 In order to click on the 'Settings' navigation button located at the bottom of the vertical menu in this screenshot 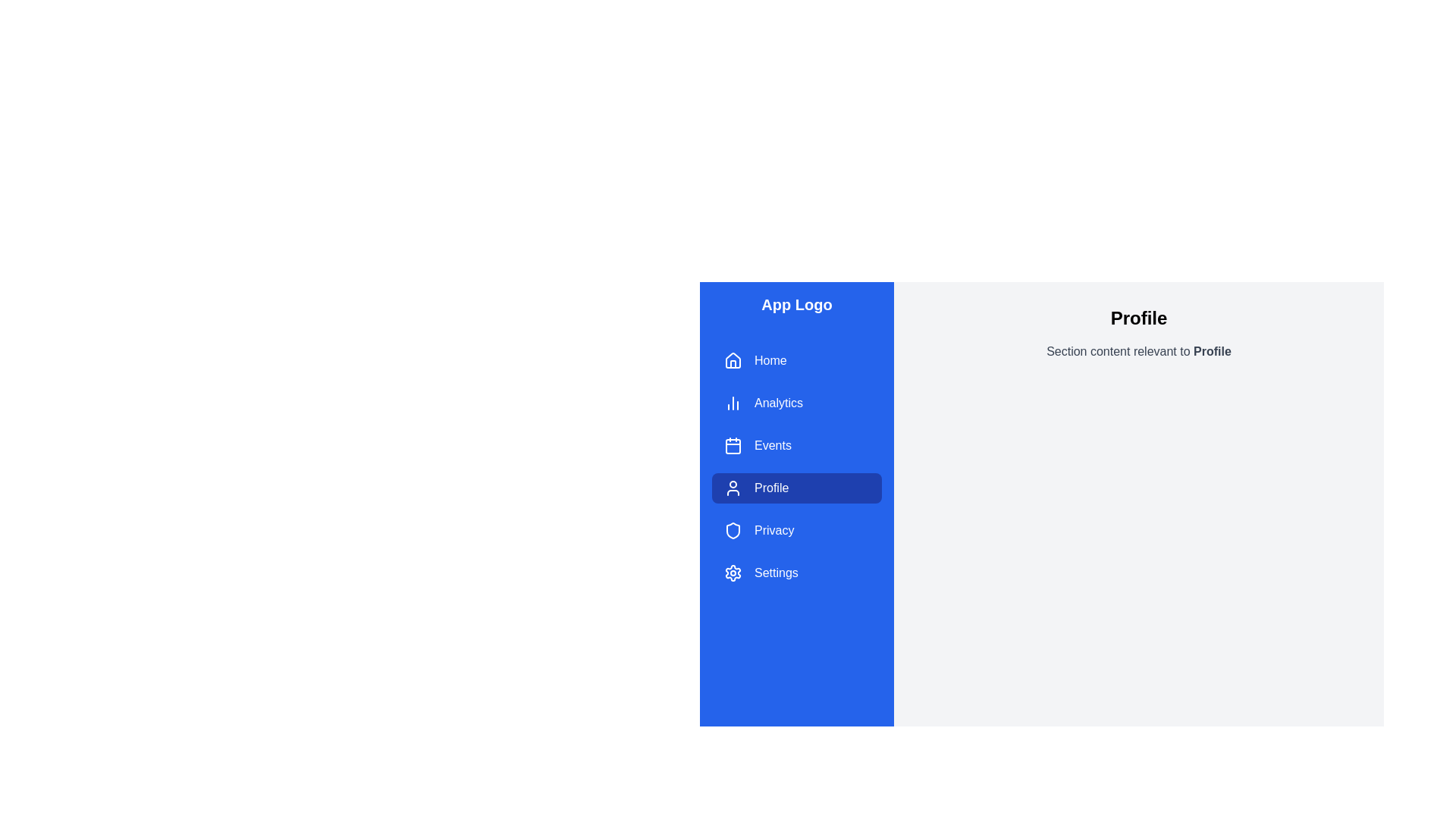, I will do `click(796, 573)`.